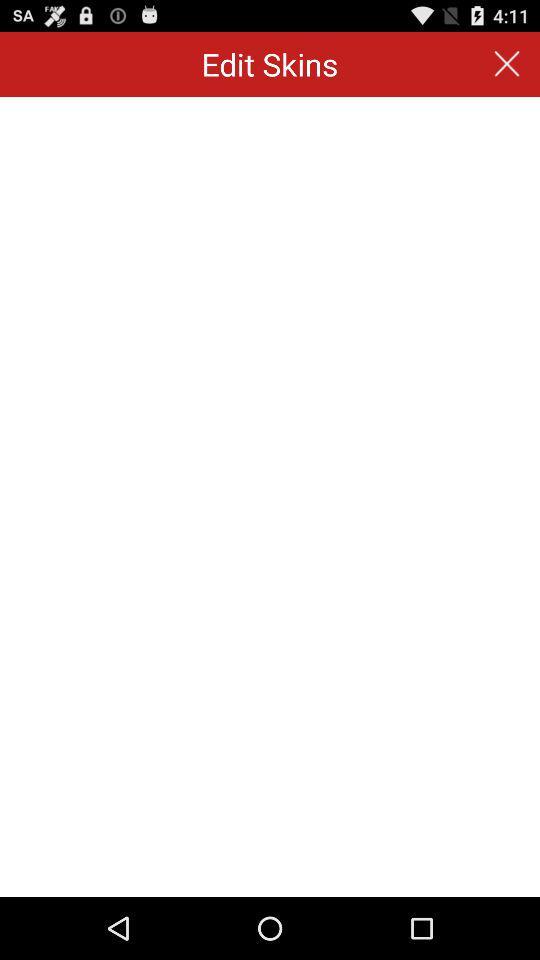 This screenshot has width=540, height=960. Describe the element at coordinates (507, 64) in the screenshot. I see `button at the top right corner` at that location.